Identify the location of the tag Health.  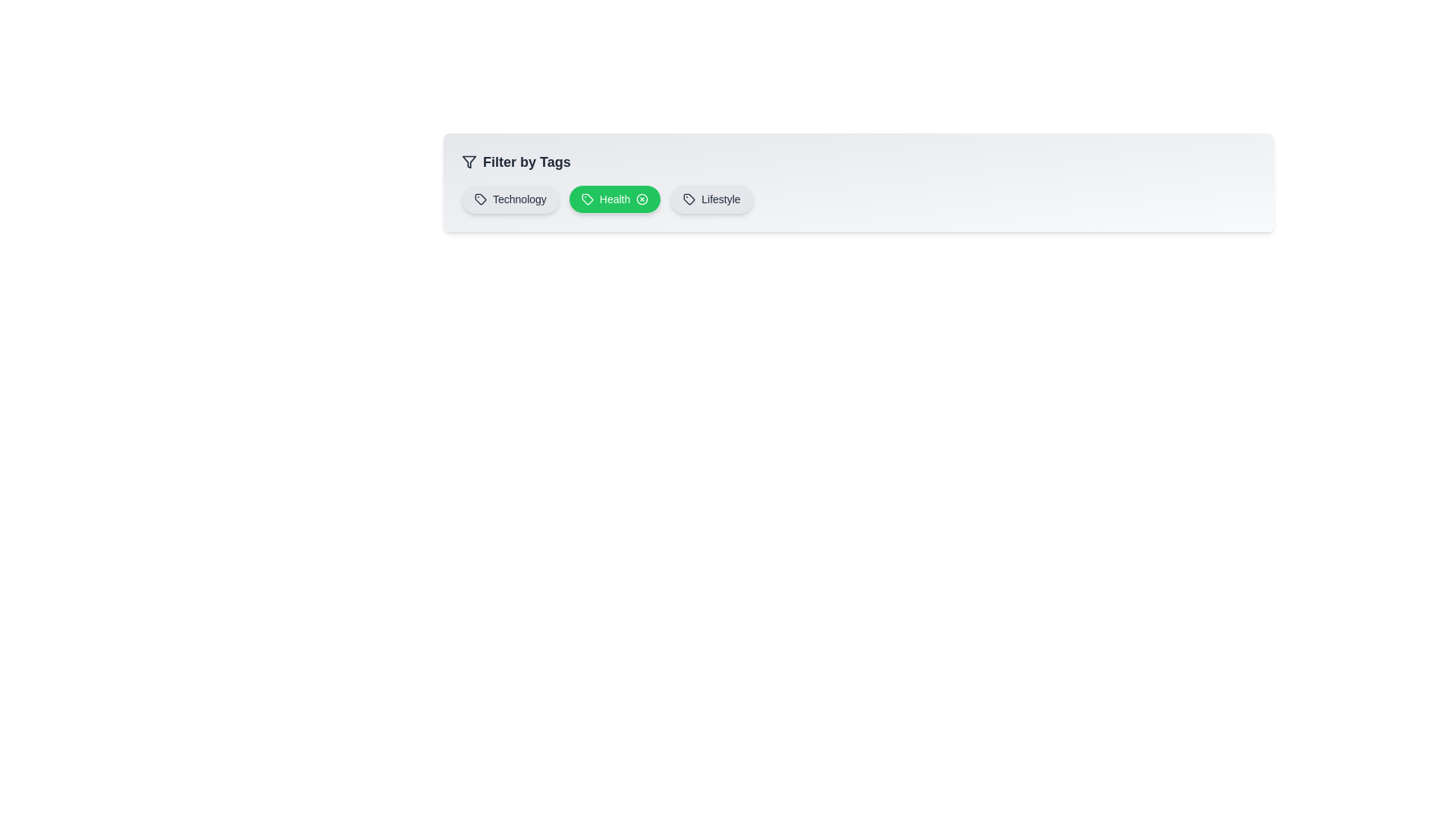
(615, 198).